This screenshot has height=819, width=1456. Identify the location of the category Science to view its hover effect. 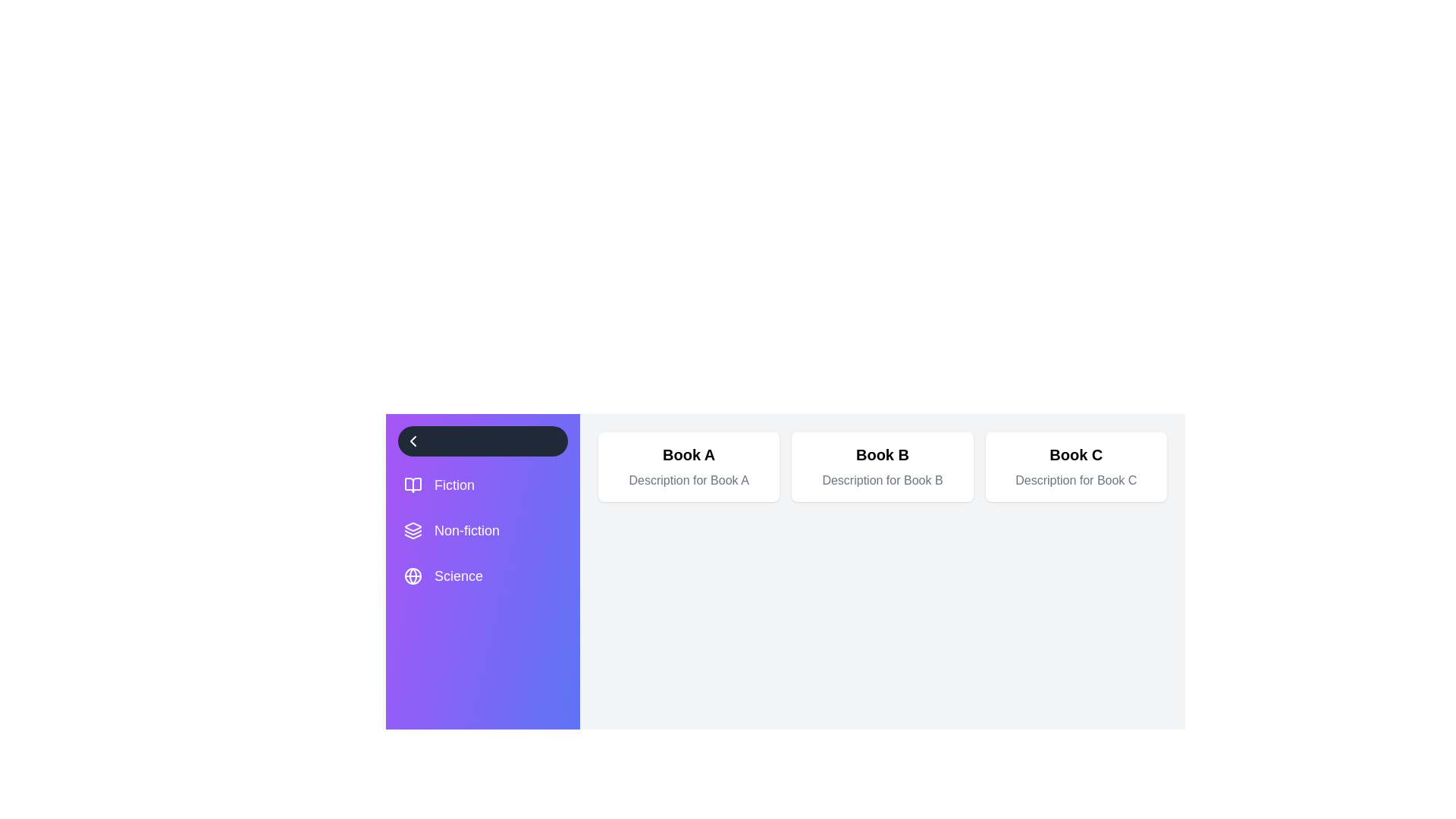
(482, 576).